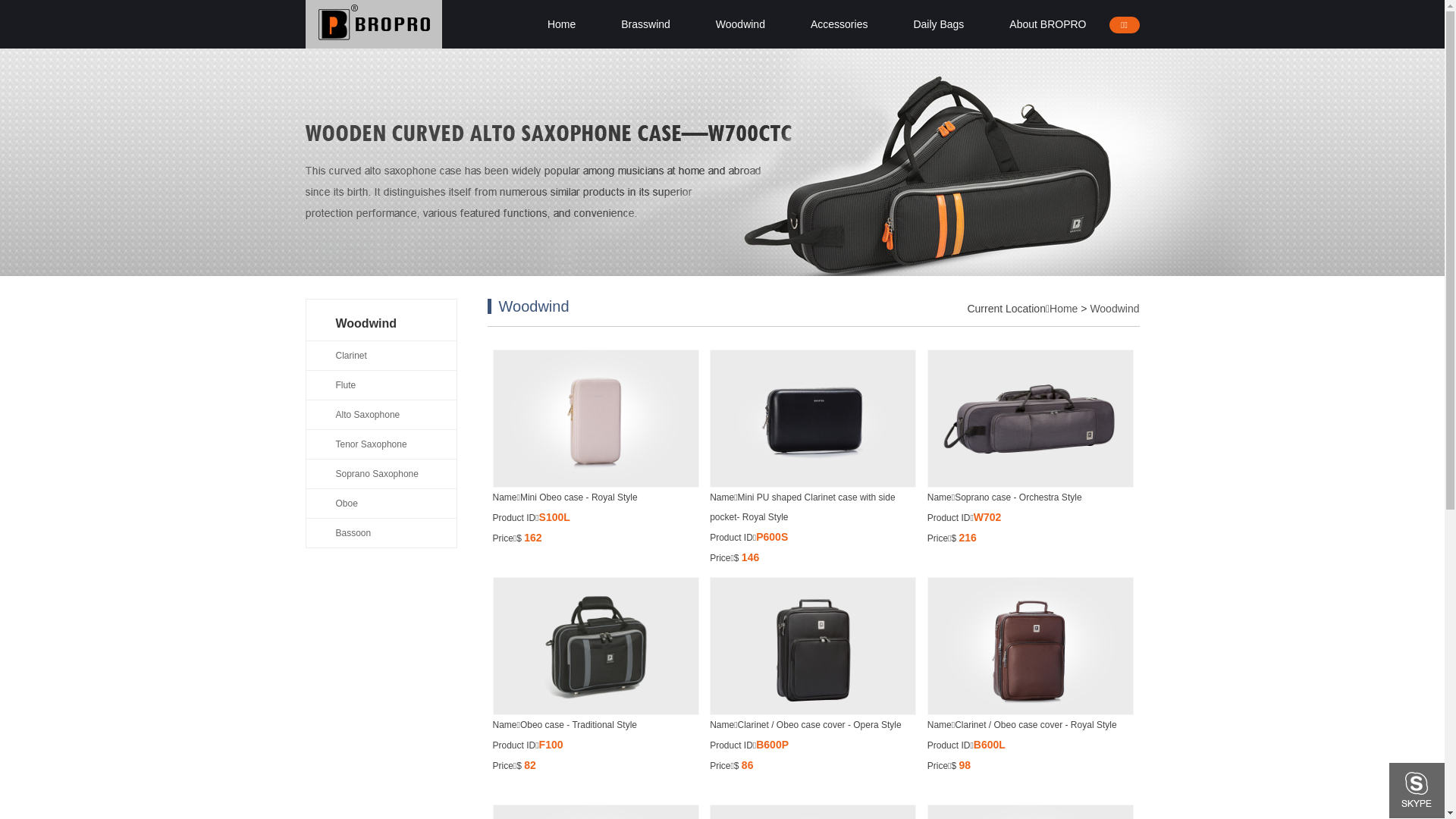 This screenshot has width=1456, height=819. What do you see at coordinates (811, 418) in the screenshot?
I see `'Mini PU shaped Clarinet case with side pocket- Royal Style'` at bounding box center [811, 418].